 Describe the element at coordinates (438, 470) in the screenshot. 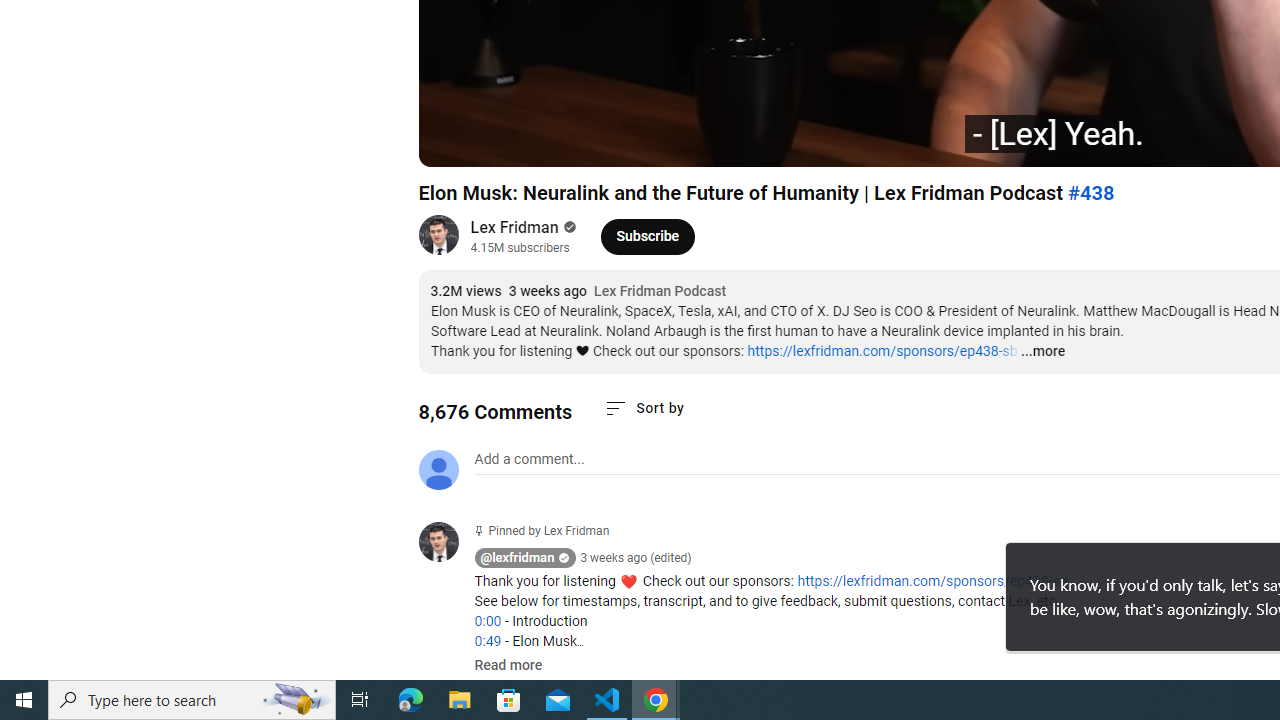

I see `'Default profile photo'` at that location.